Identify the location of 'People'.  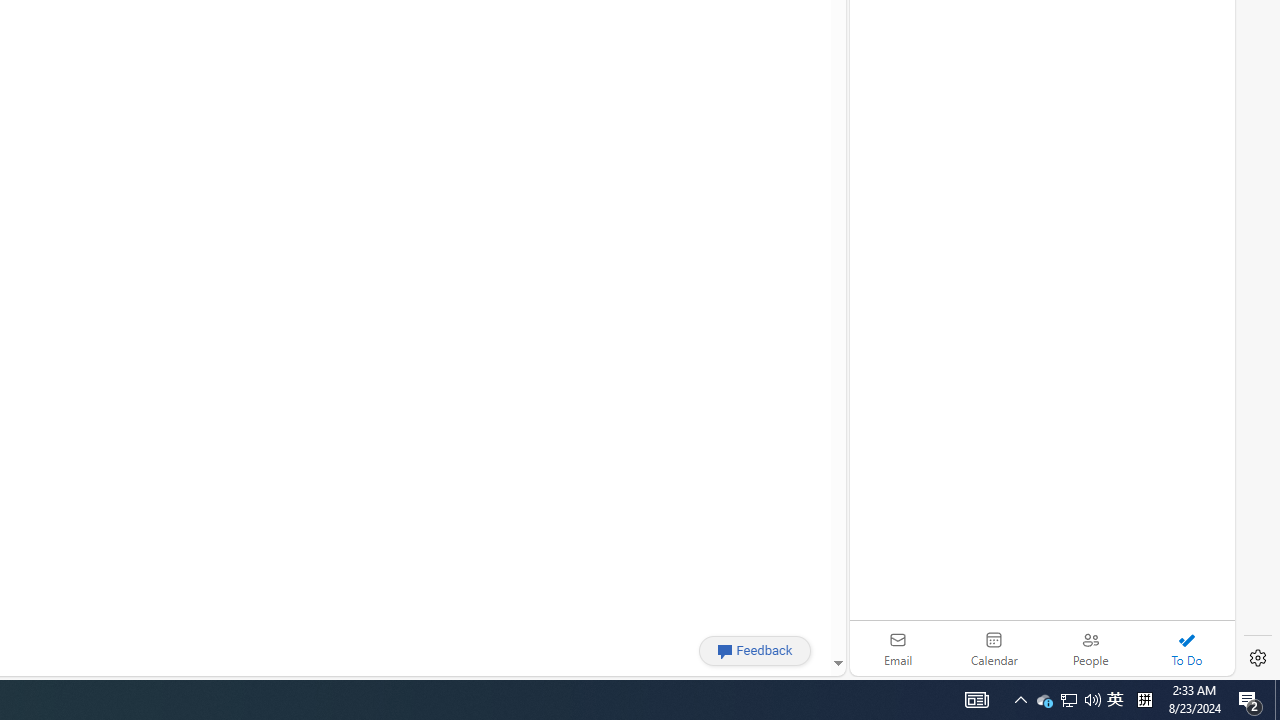
(1089, 648).